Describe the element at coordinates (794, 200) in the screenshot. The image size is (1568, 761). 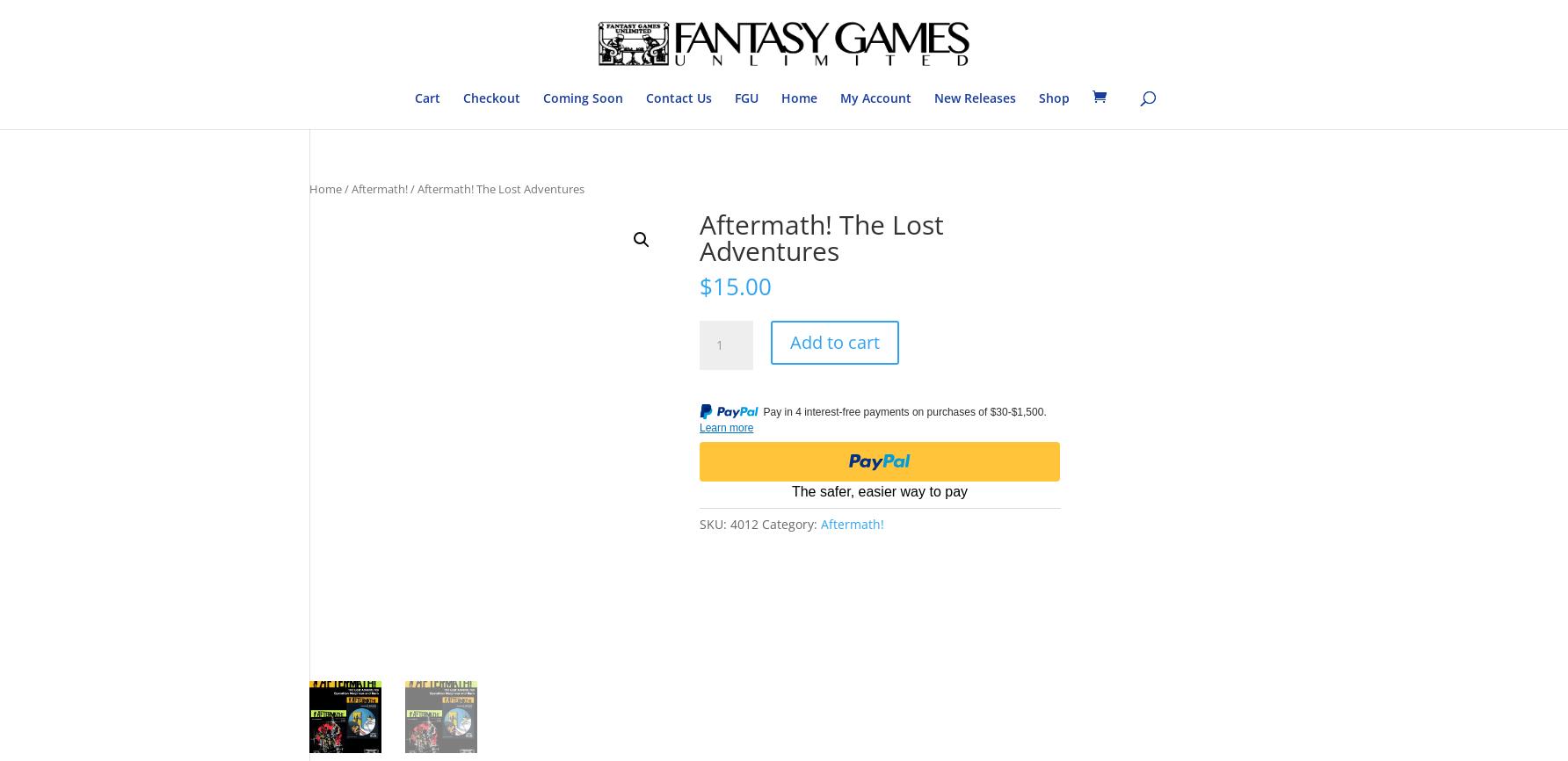
I see `'Bushido'` at that location.